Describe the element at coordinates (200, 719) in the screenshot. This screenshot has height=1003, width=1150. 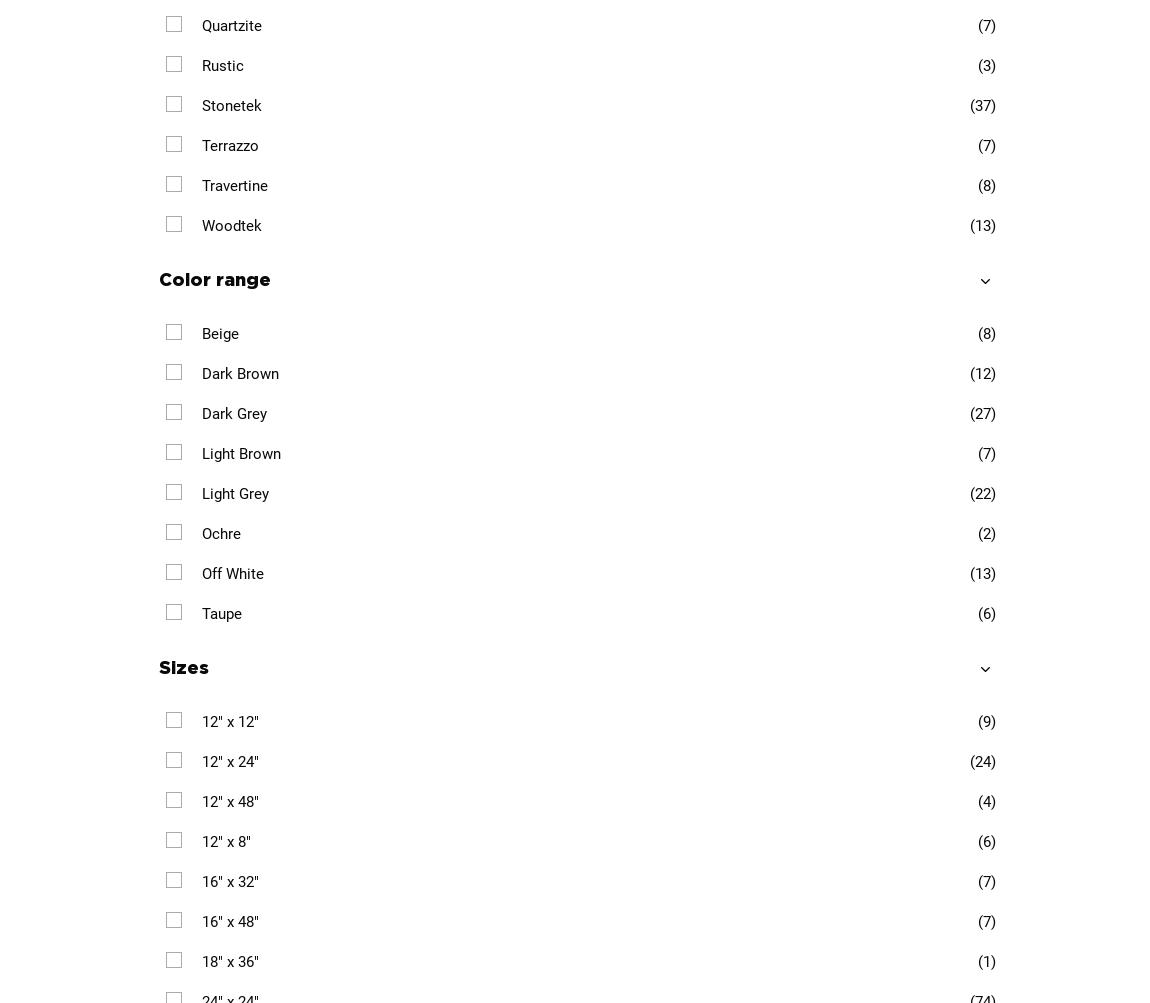
I see `'12" x 12"'` at that location.